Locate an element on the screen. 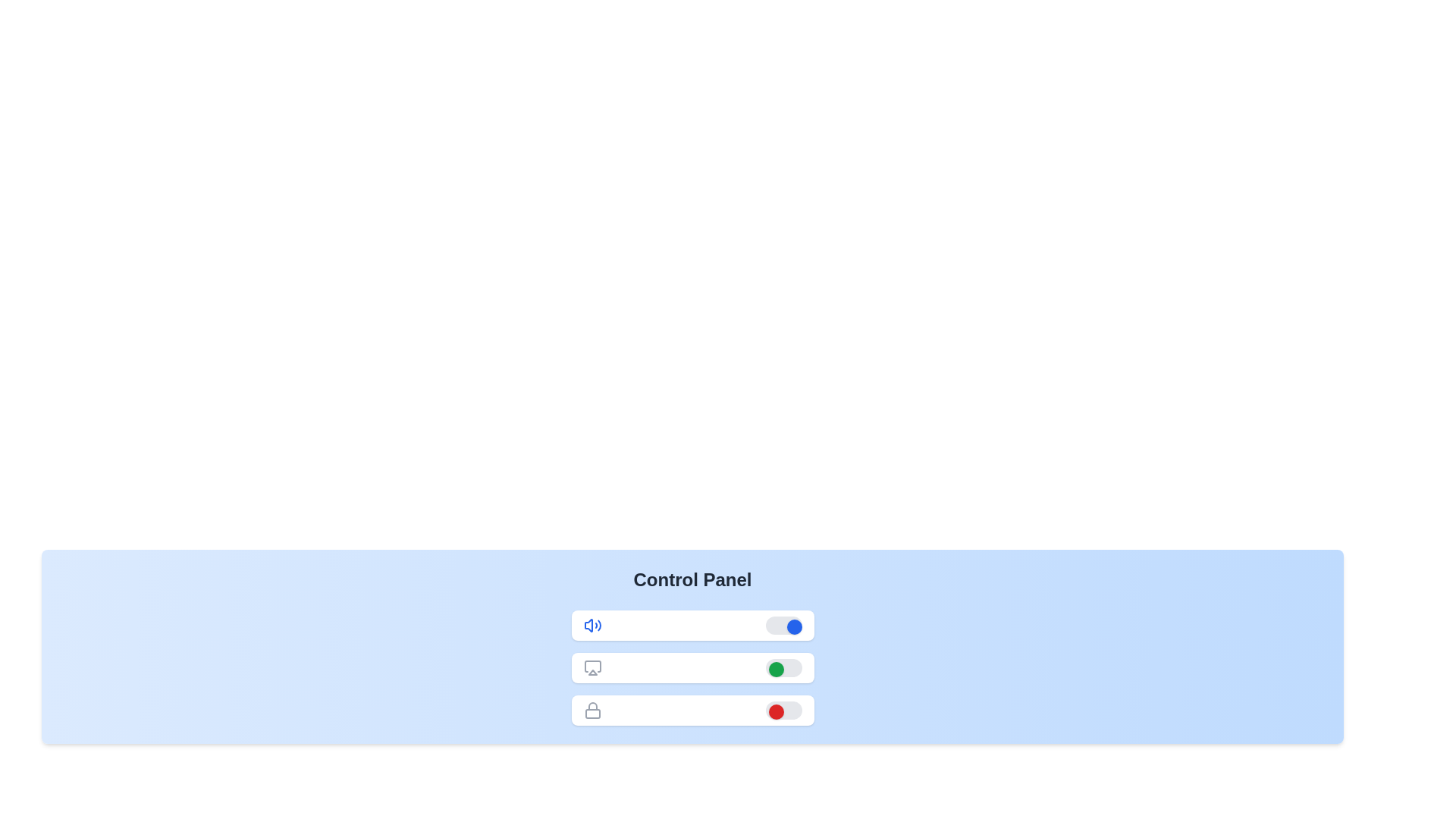 Image resolution: width=1456 pixels, height=819 pixels. the Text Label that serves as the heading for the 'Control Panel', which is centrally aligned above the toggle options is located at coordinates (692, 579).